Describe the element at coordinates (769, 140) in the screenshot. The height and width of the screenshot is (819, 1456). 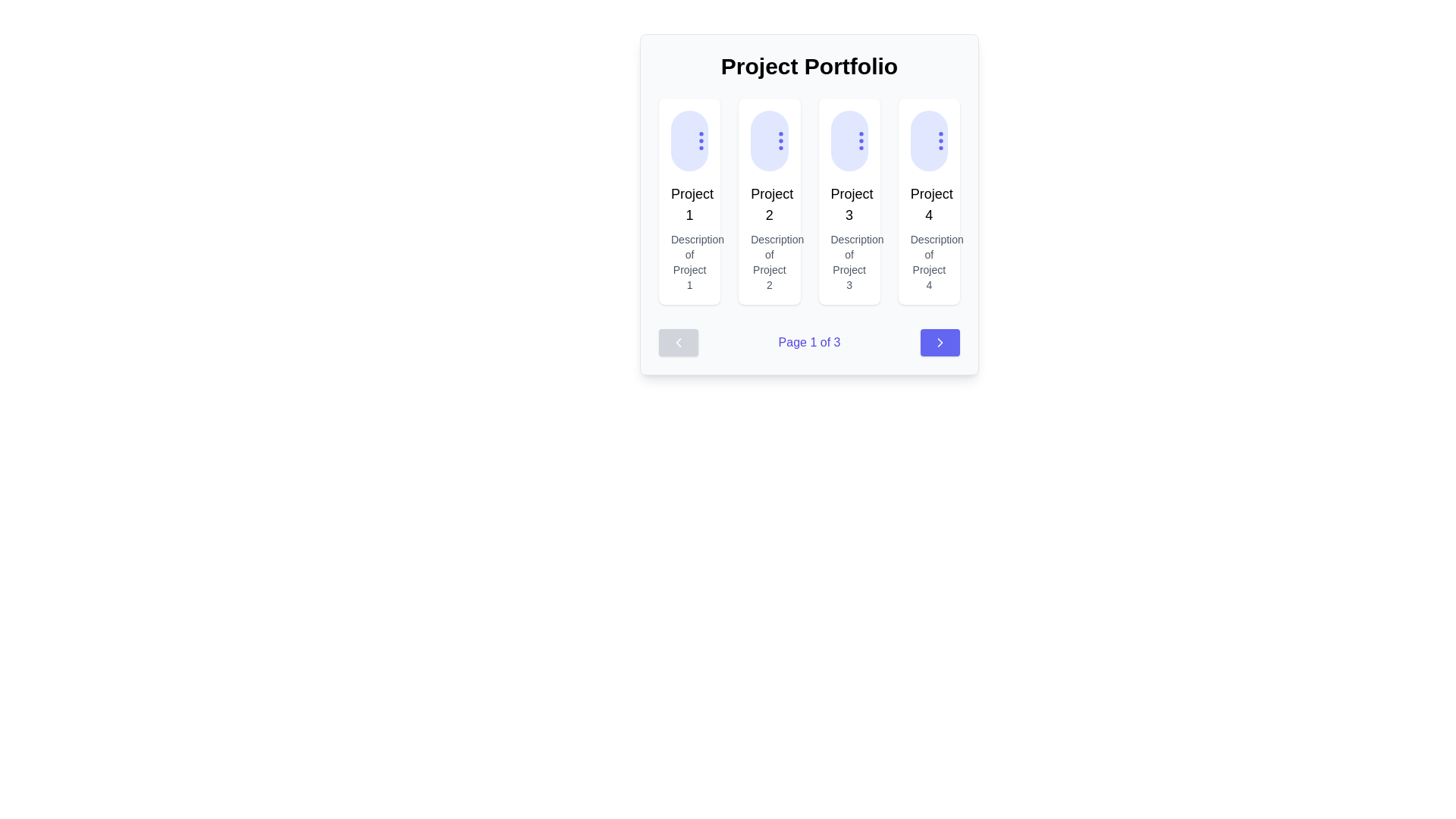
I see `the visual decoration that represents the second project in the portfolio, located at the top of the second project card and centered above 'Project 2'` at that location.